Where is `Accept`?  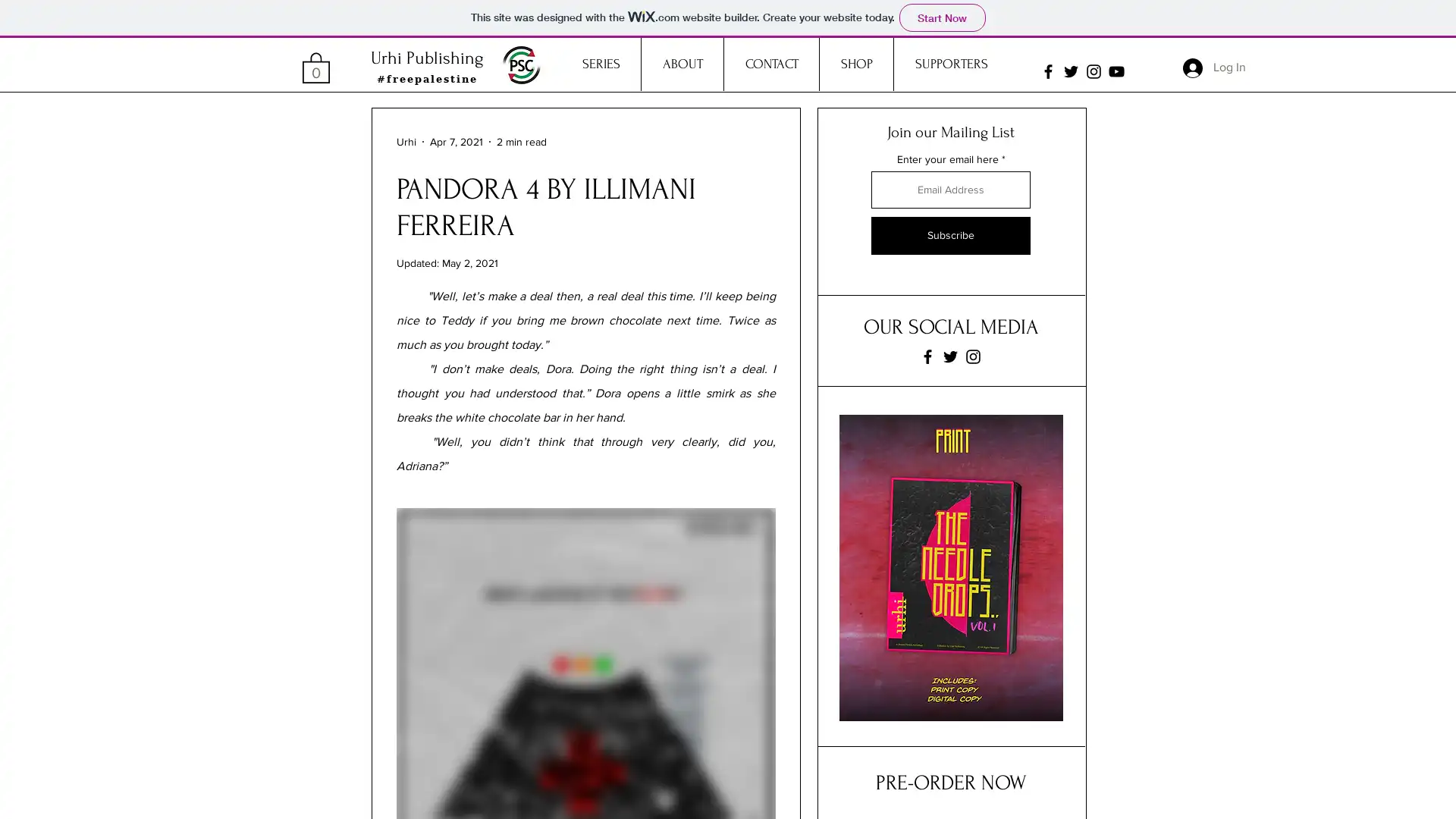 Accept is located at coordinates (1388, 794).